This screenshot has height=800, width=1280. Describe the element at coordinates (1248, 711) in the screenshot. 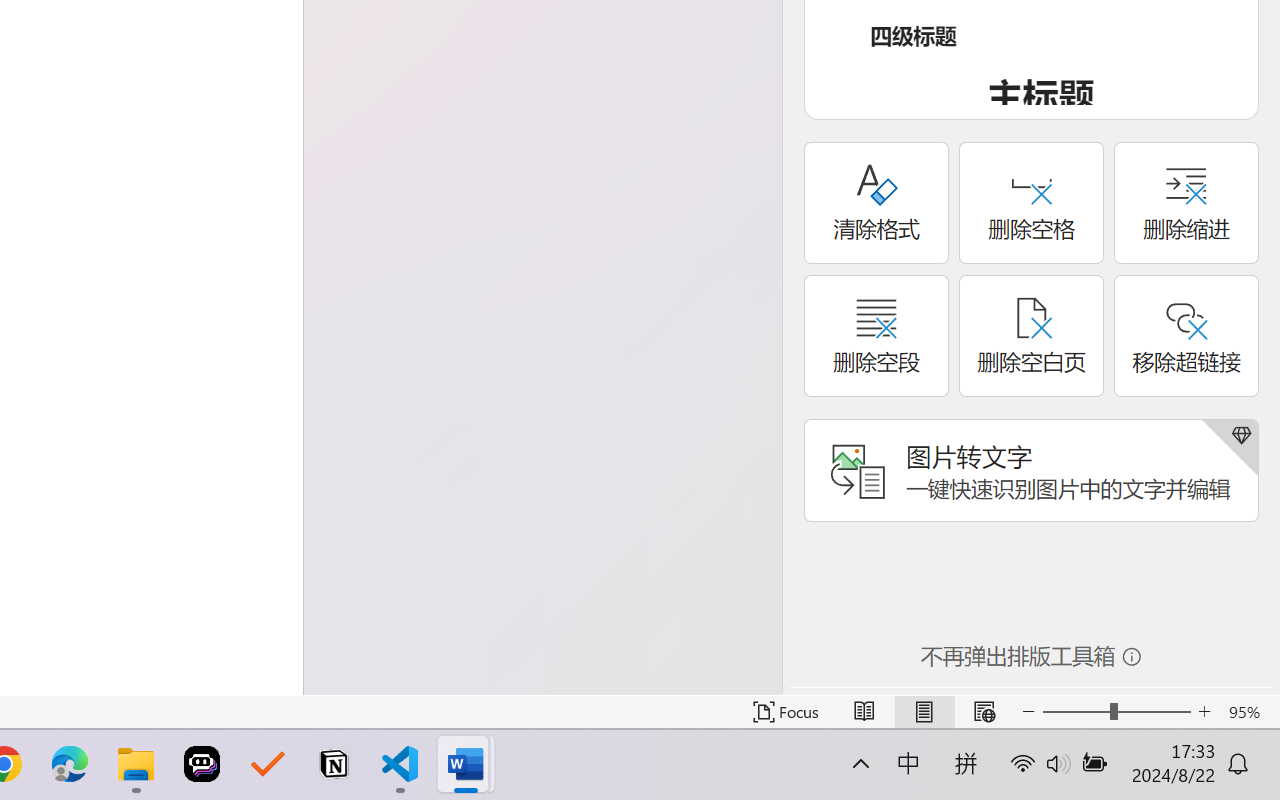

I see `'Zoom 95%'` at that location.